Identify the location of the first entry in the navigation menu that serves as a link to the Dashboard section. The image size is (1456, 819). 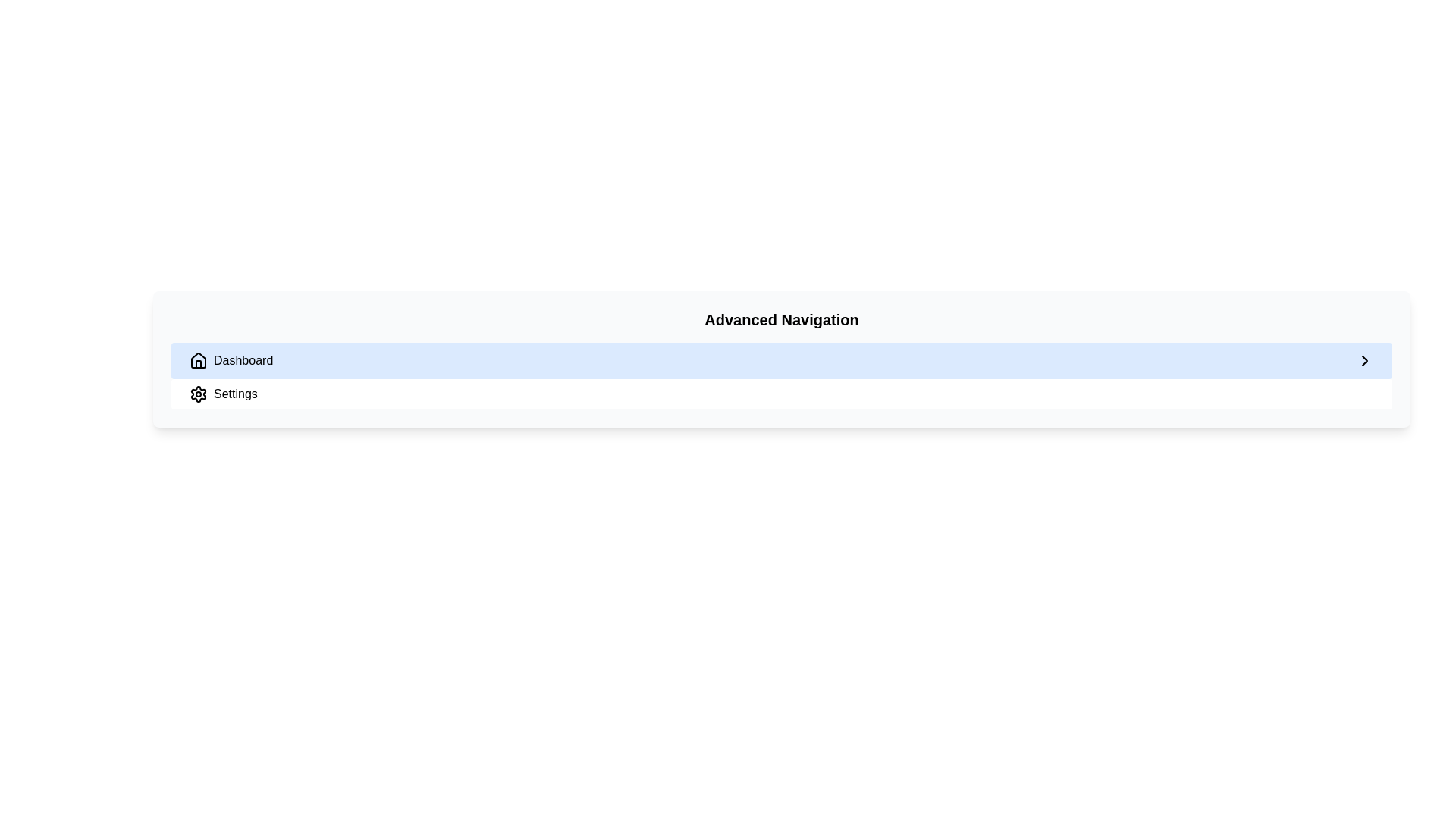
(782, 360).